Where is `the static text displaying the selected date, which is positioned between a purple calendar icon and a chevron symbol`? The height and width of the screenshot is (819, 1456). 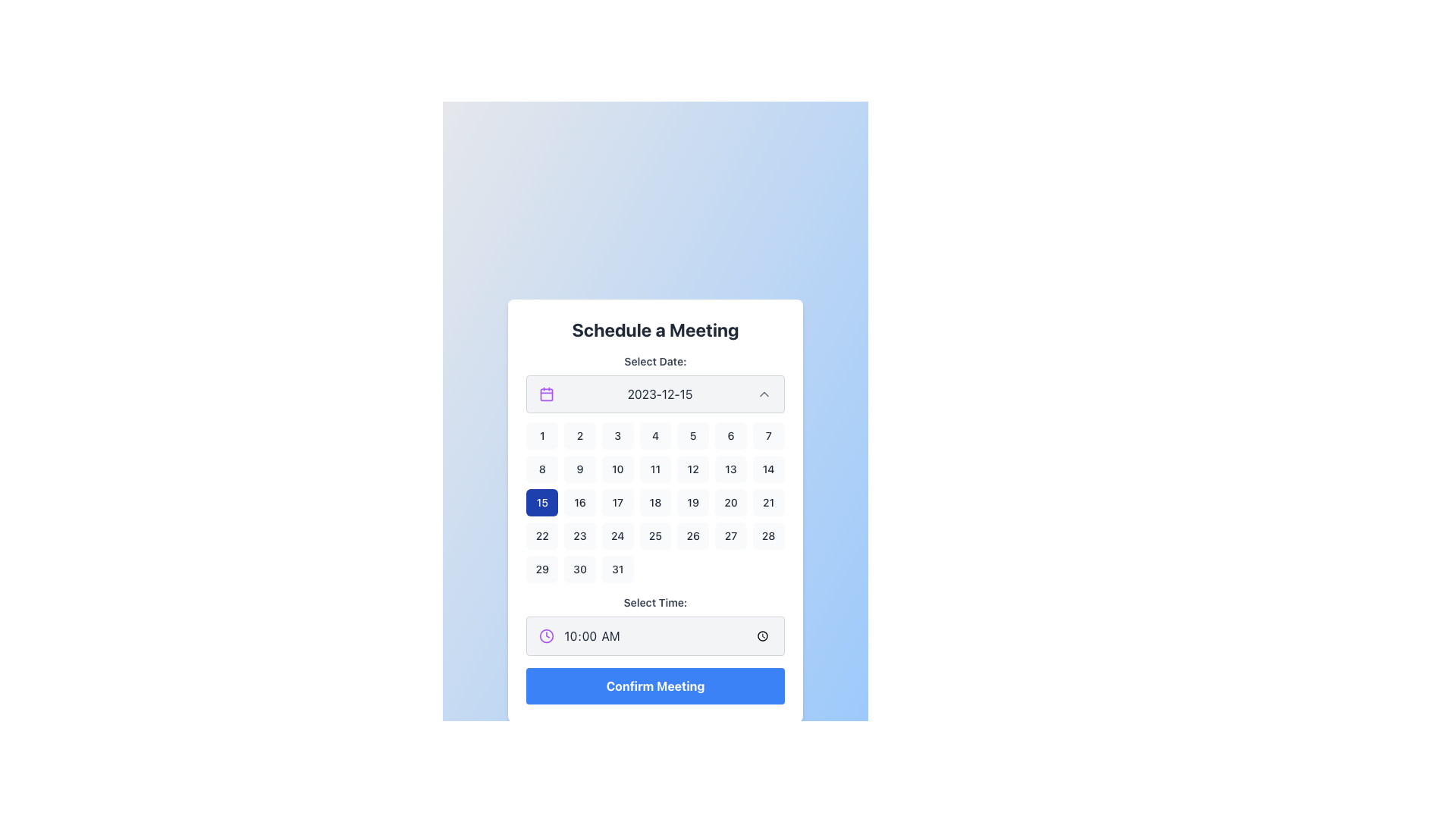 the static text displaying the selected date, which is positioned between a purple calendar icon and a chevron symbol is located at coordinates (660, 394).